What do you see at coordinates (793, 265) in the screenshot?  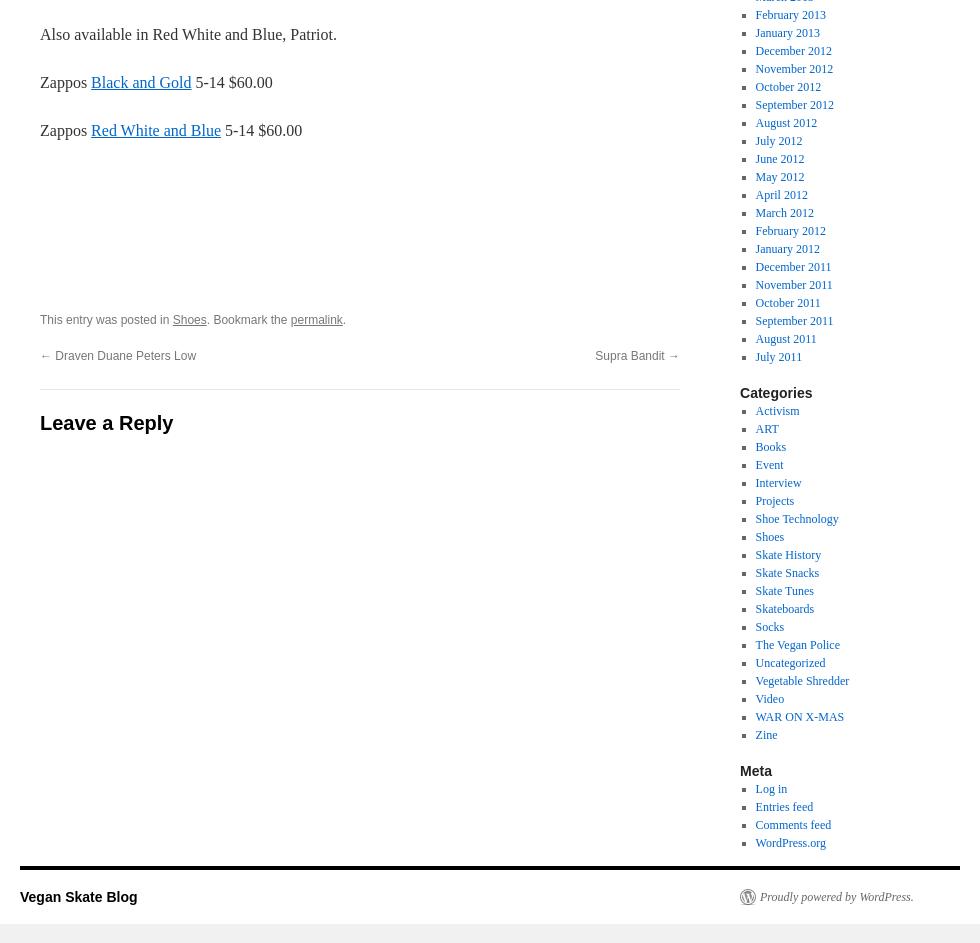 I see `'December 2011'` at bounding box center [793, 265].